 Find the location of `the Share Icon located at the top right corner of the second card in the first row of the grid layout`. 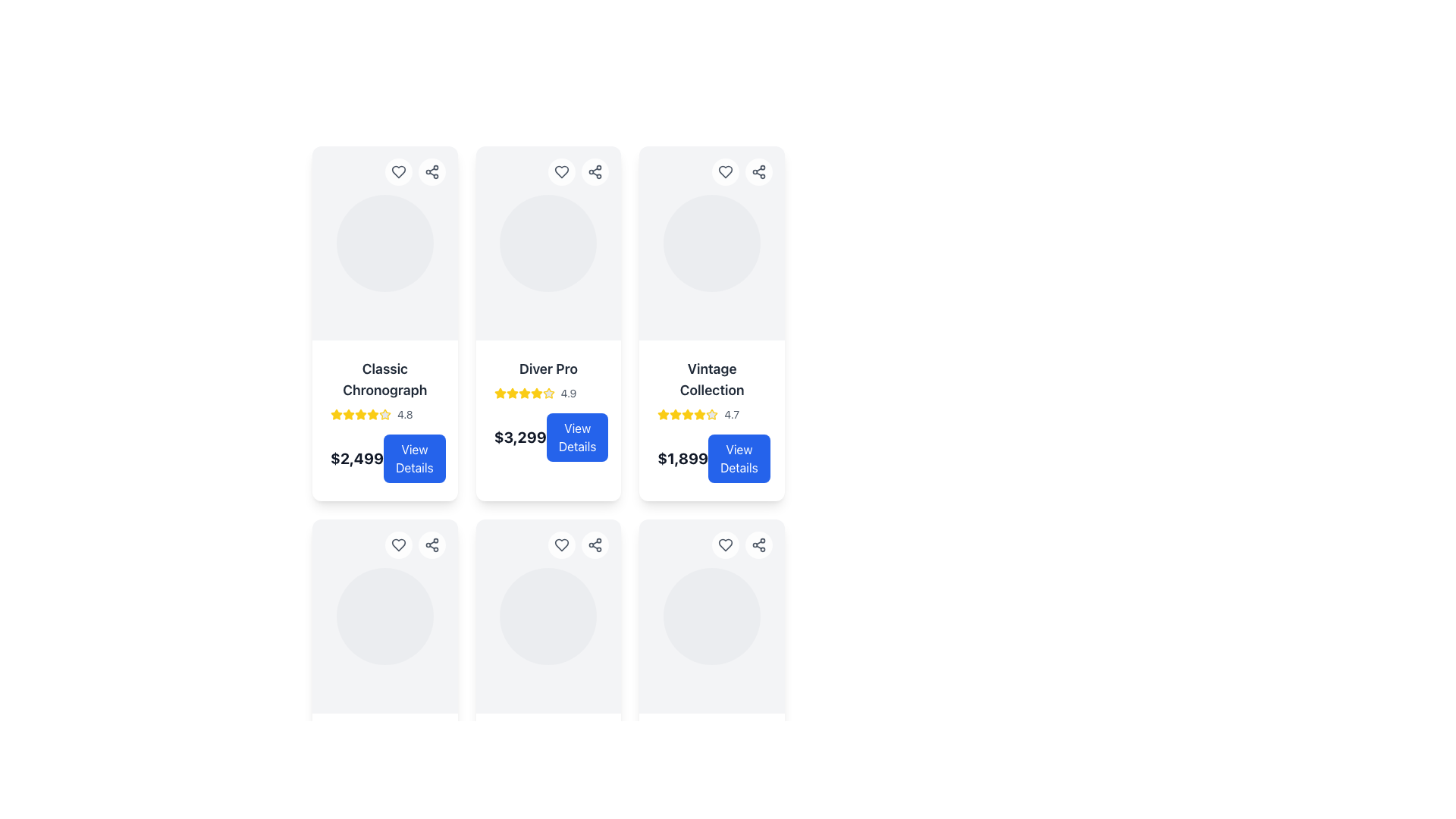

the Share Icon located at the top right corner of the second card in the first row of the grid layout is located at coordinates (759, 171).